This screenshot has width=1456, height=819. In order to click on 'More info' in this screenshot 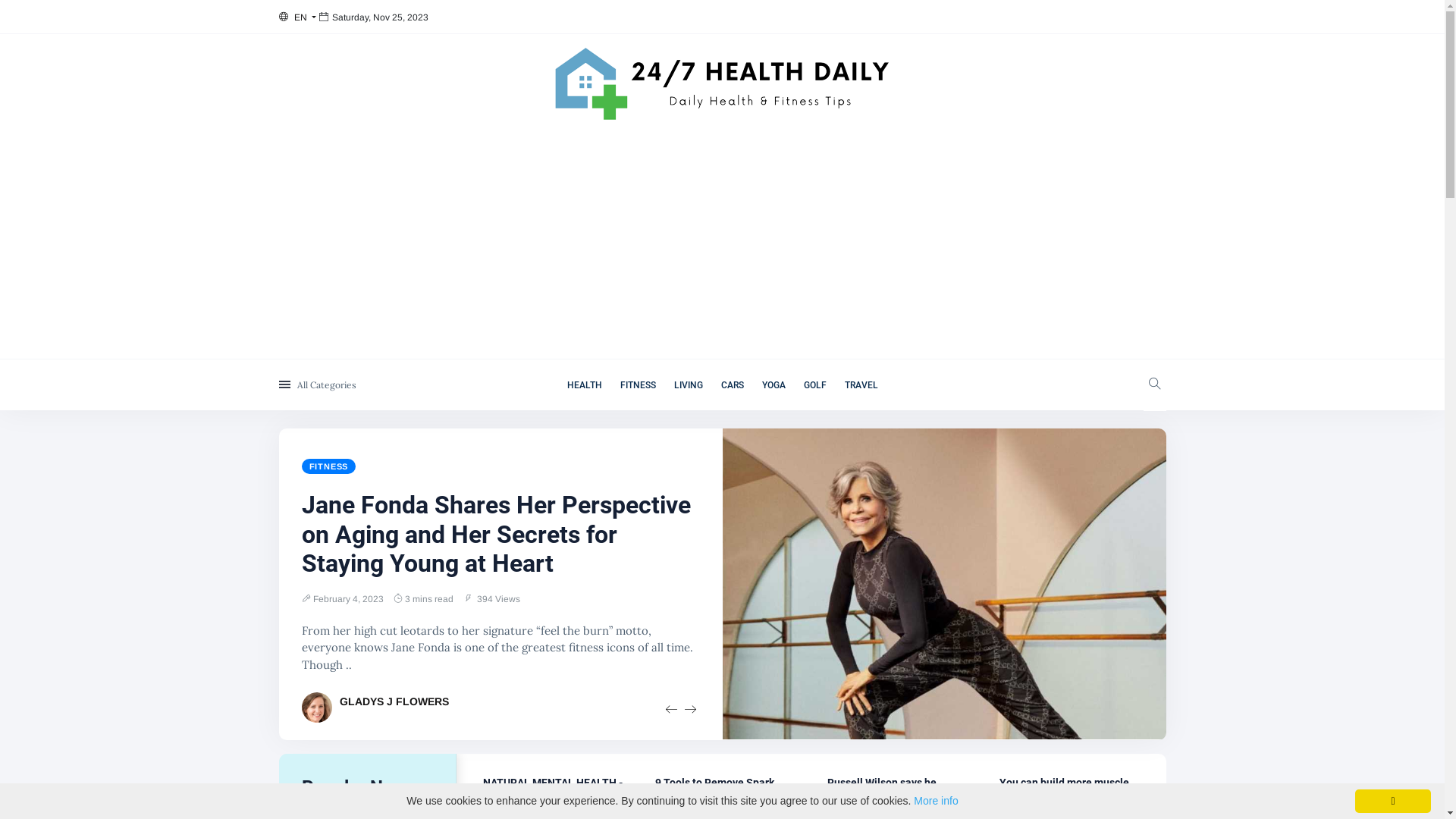, I will do `click(934, 800)`.